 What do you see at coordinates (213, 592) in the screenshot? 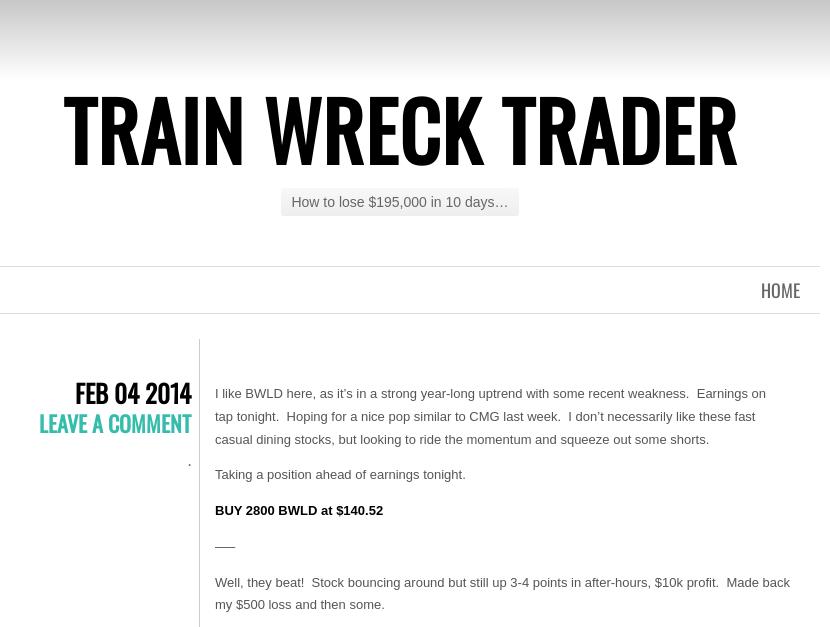
I see `'Well, they beat!  Stock bouncing around but still up 3-4 points in after-hours, $10k profit.  Made back my $500 loss and then some.'` at bounding box center [213, 592].